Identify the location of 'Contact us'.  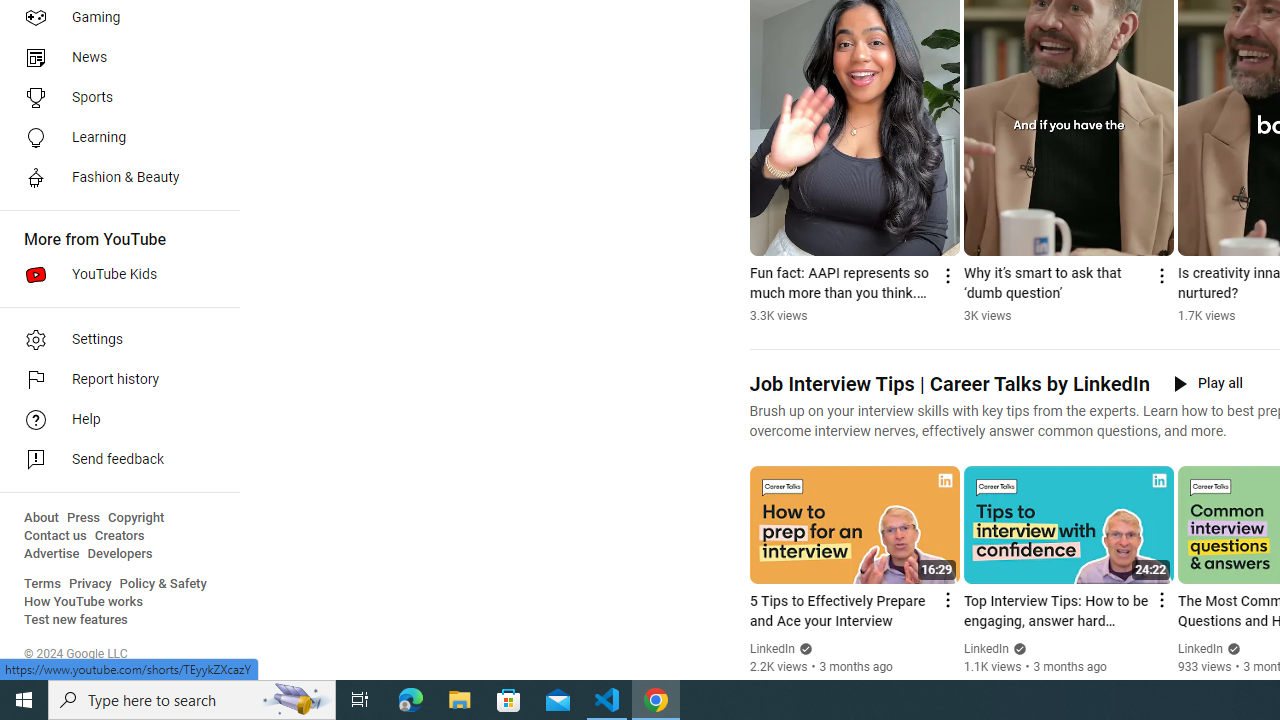
(55, 535).